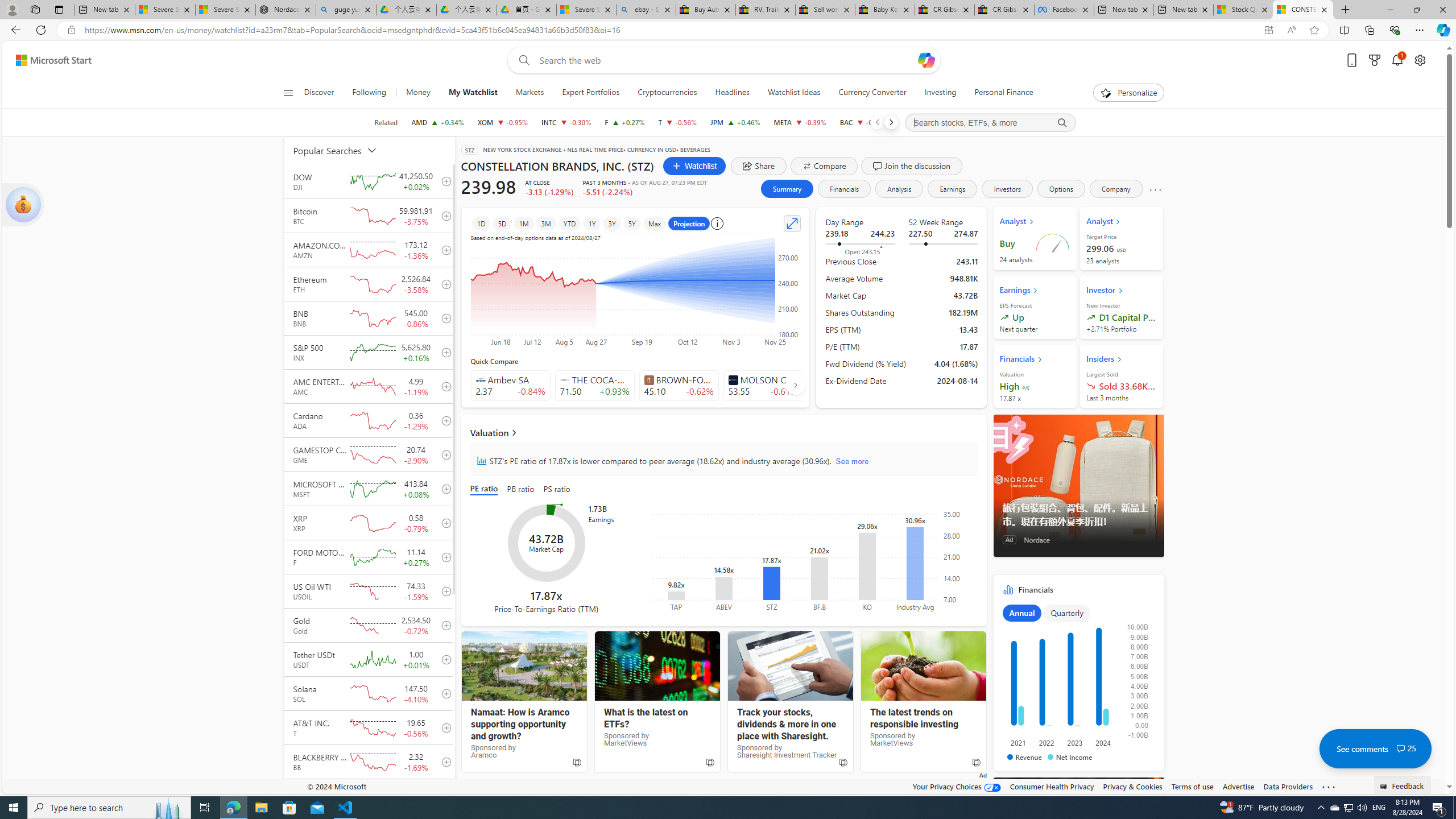 The width and height of the screenshot is (1456, 819). Describe the element at coordinates (890, 122) in the screenshot. I see `'Next'` at that location.